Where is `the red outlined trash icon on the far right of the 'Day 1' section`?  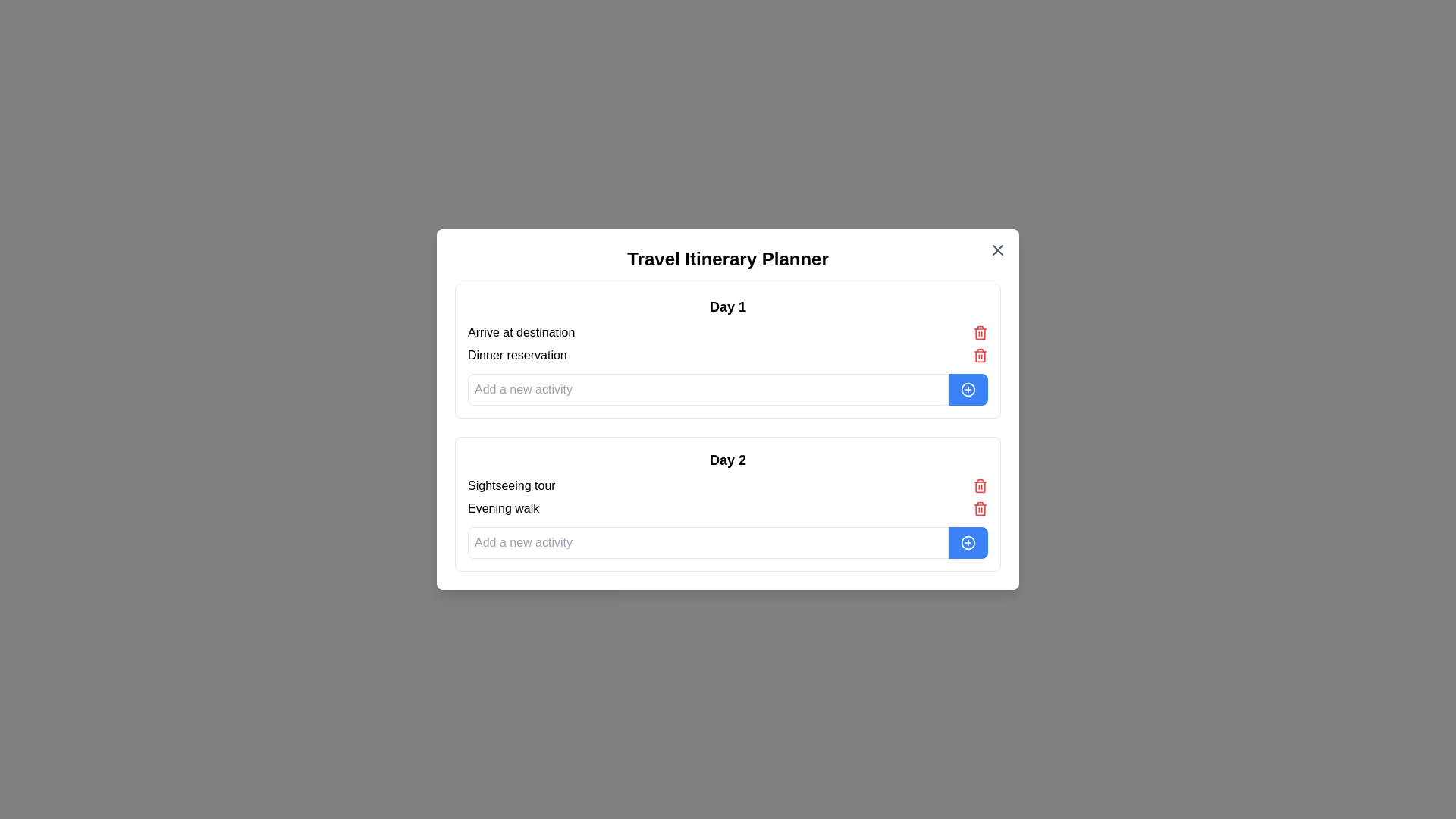
the red outlined trash icon on the far right of the 'Day 1' section is located at coordinates (980, 486).